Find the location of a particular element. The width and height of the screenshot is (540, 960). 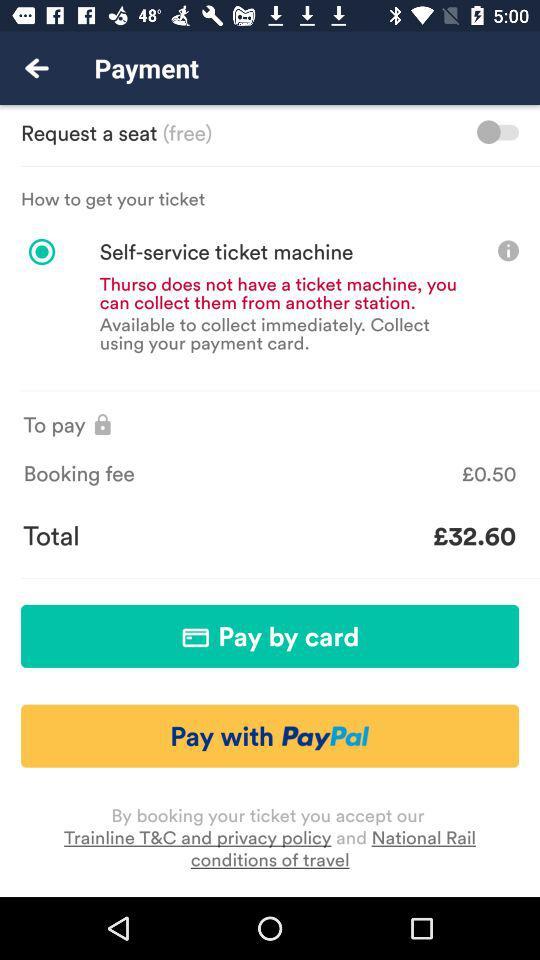

show info is located at coordinates (508, 249).